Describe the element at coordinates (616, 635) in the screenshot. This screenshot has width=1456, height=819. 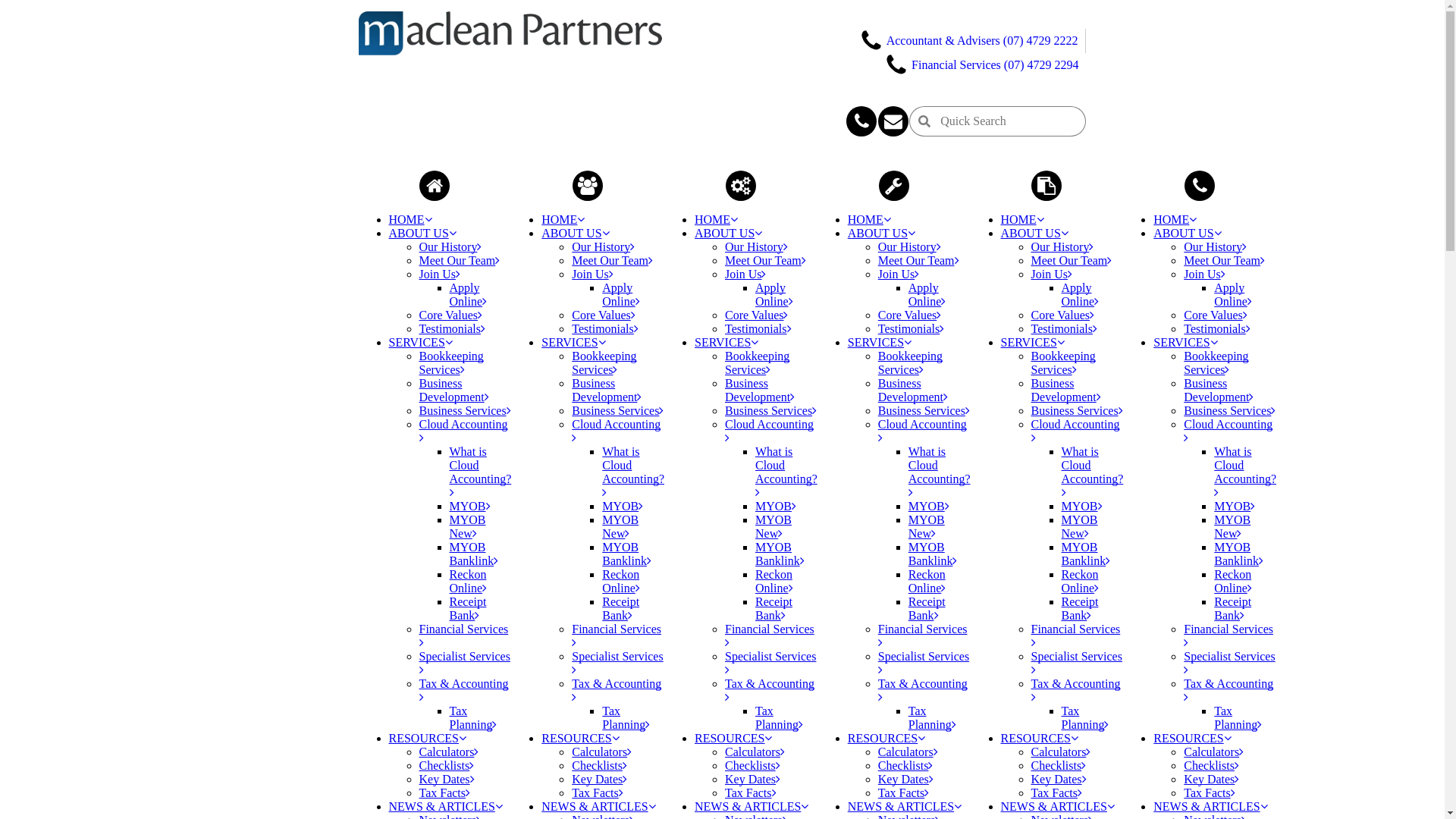
I see `'Financial Services'` at that location.